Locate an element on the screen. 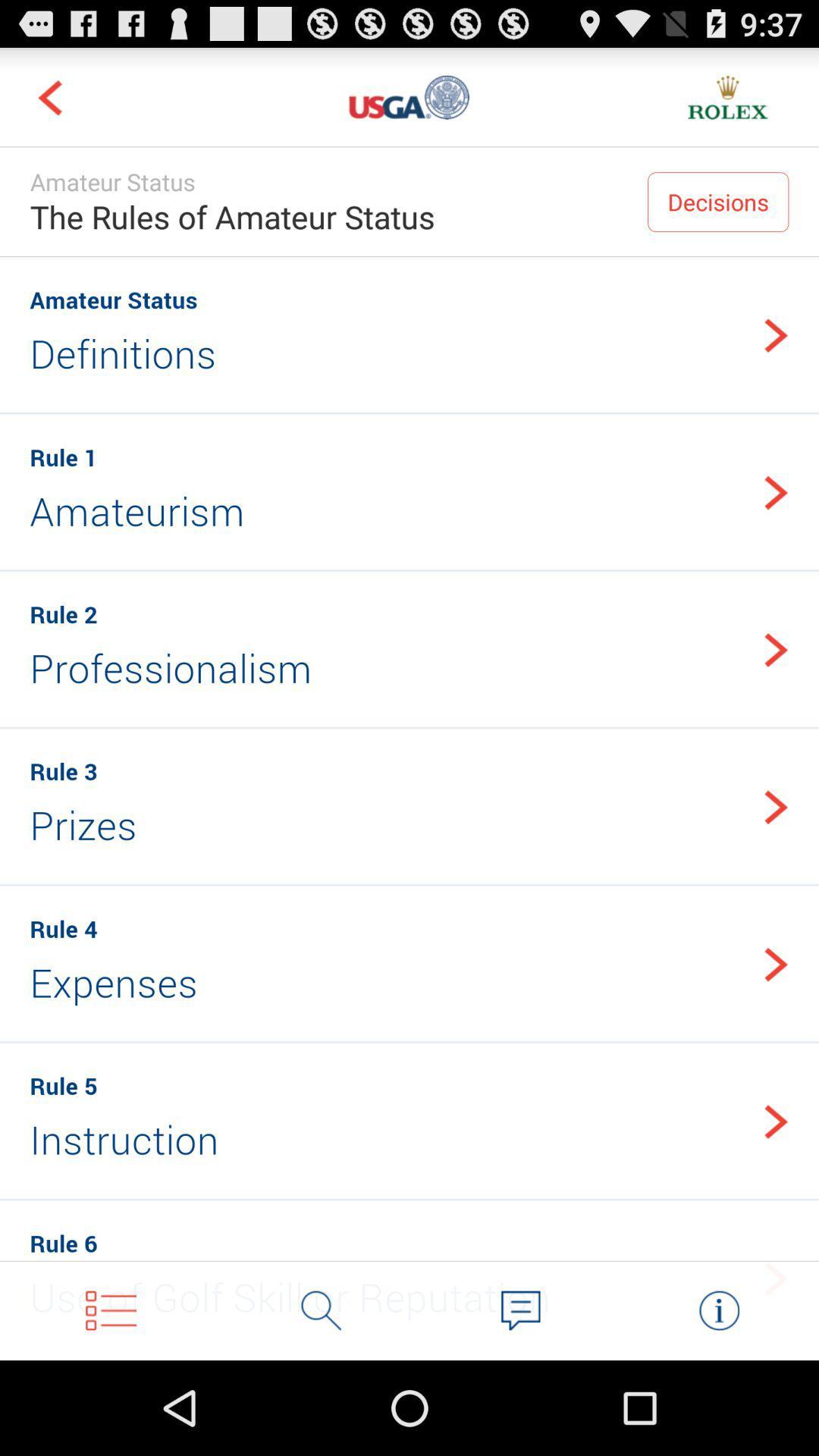  info is located at coordinates (718, 1310).